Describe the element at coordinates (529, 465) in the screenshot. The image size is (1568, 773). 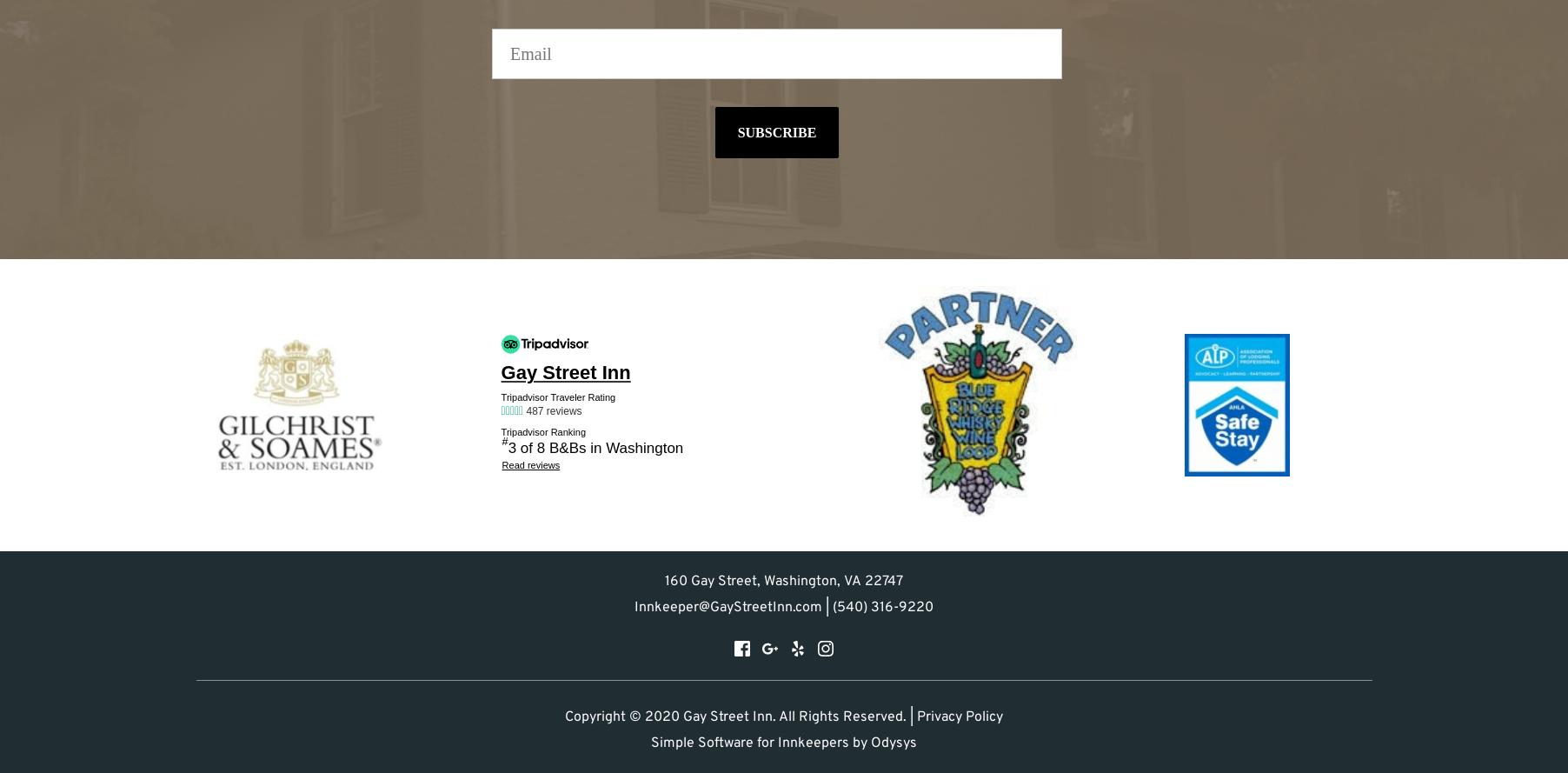
I see `'Read reviews'` at that location.